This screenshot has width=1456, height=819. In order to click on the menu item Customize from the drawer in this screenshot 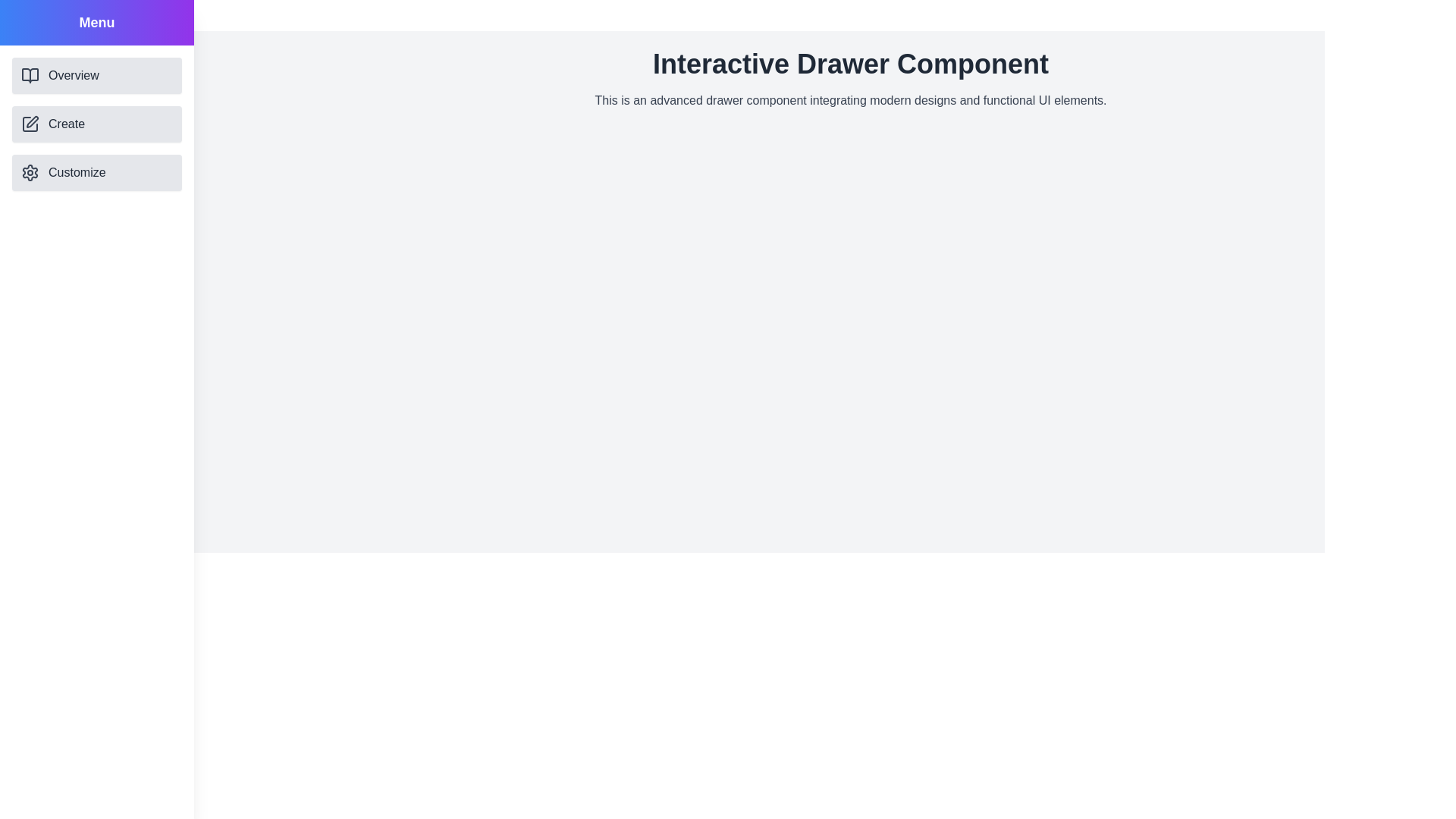, I will do `click(96, 171)`.